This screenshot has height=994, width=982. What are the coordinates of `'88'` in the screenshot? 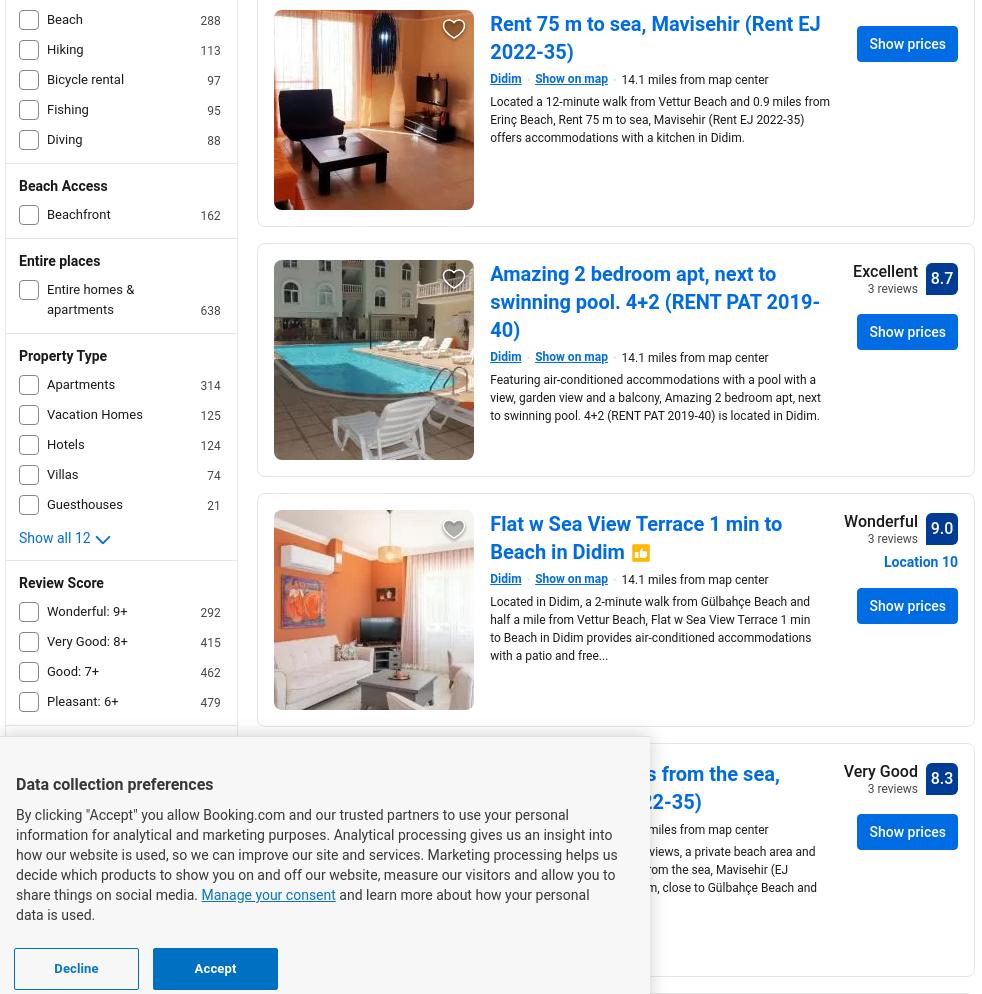 It's located at (212, 140).